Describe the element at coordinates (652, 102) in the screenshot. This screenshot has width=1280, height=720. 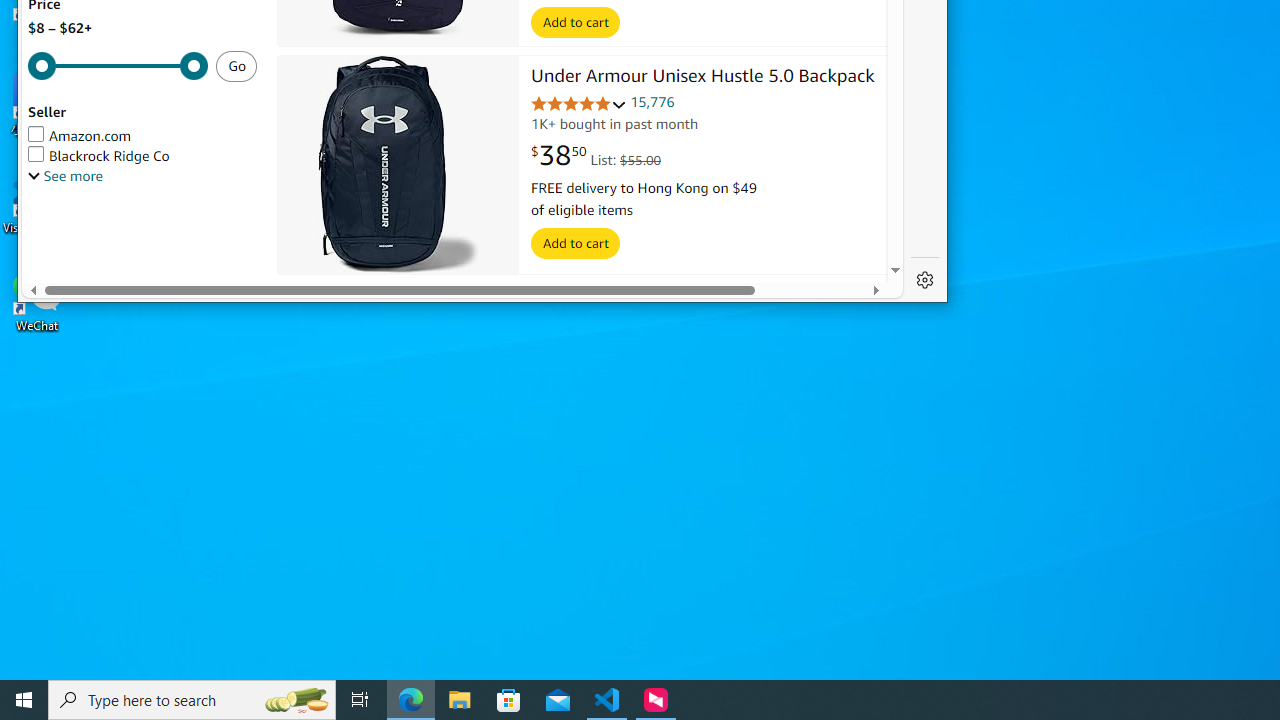
I see `'15,776'` at that location.